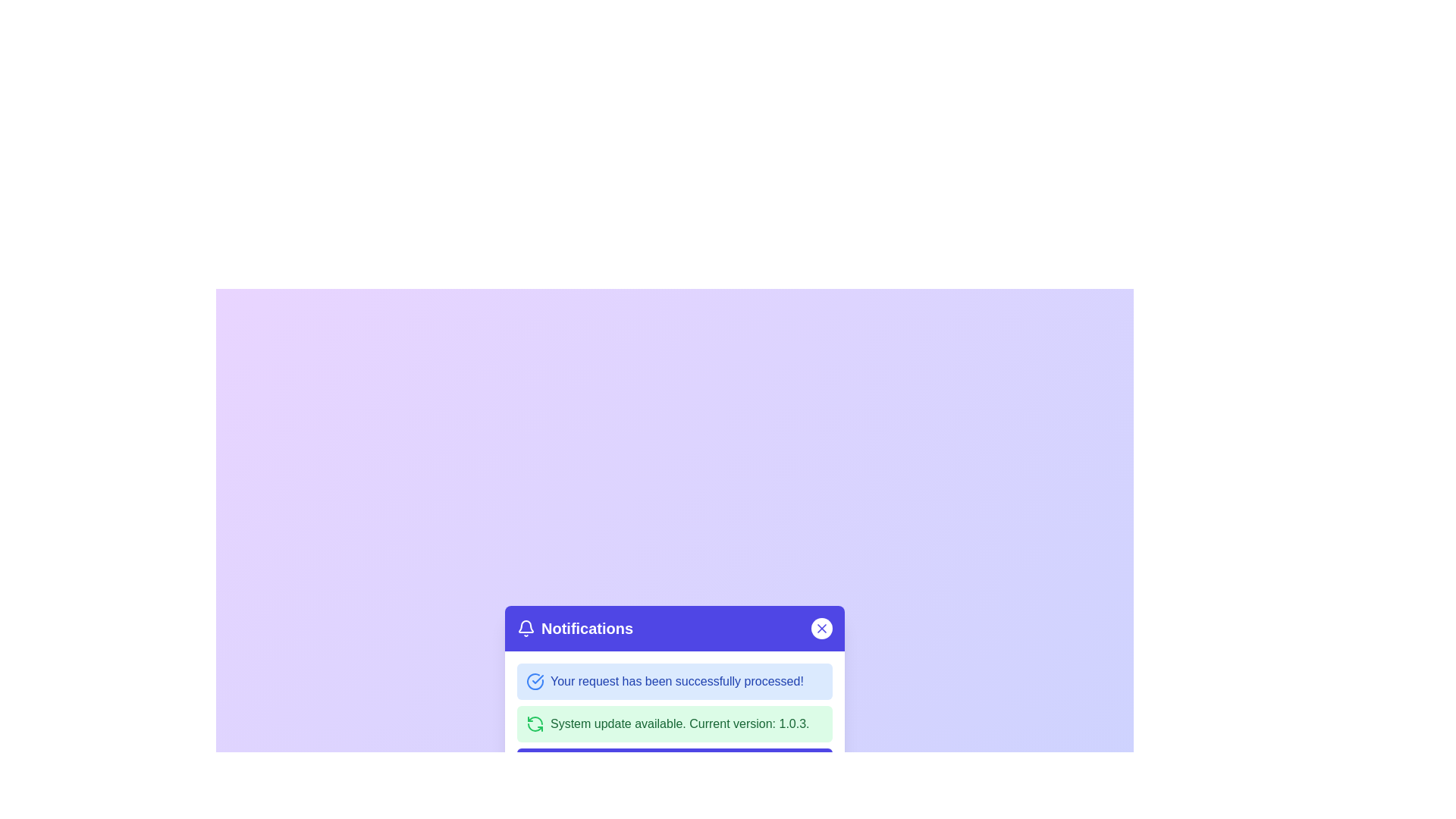 The image size is (1456, 819). I want to click on the system update icon located at the beginning of the notification message, which indicates that a system update is available, so click(535, 723).